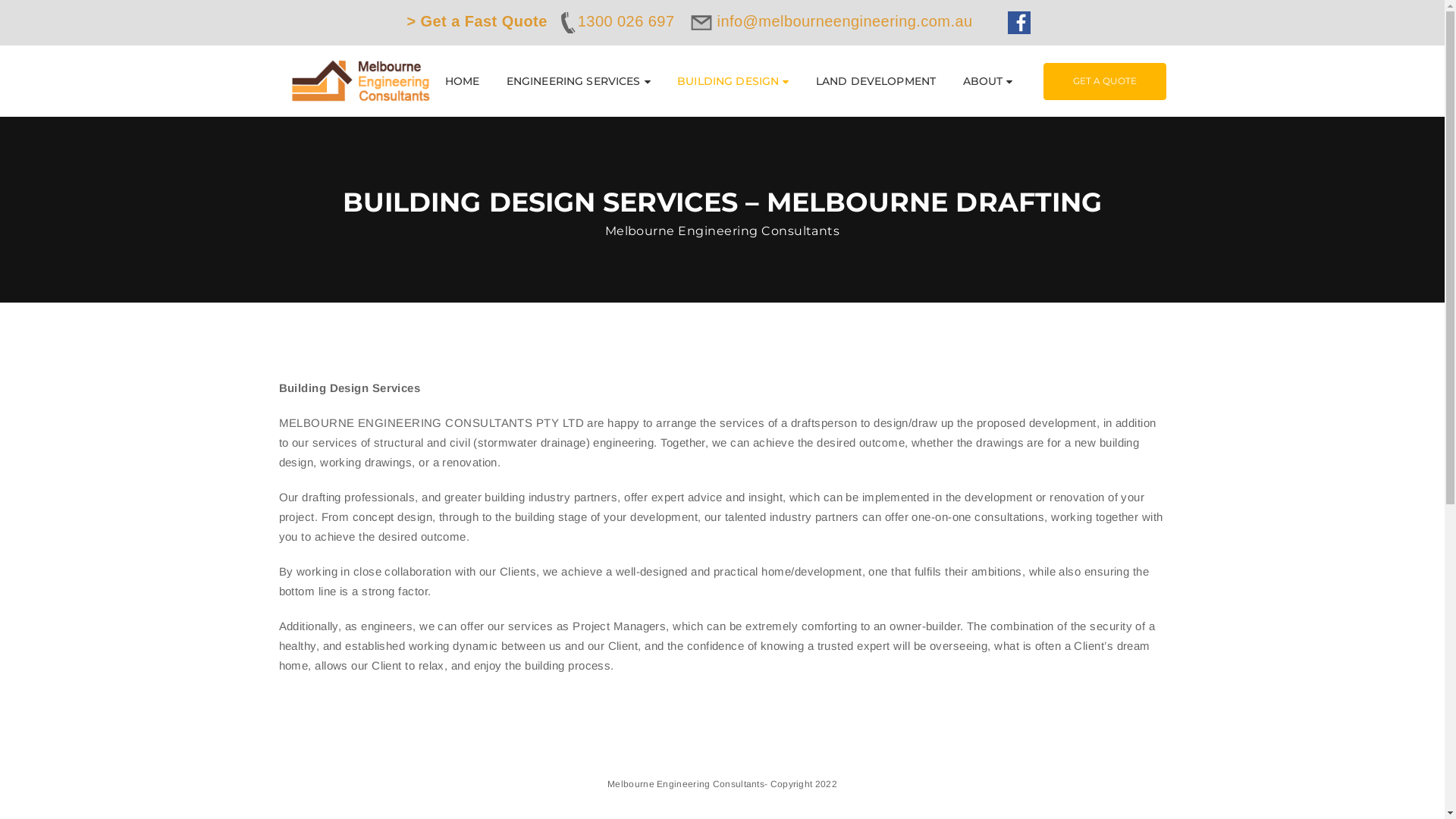 This screenshot has width=1456, height=819. What do you see at coordinates (578, 81) in the screenshot?
I see `'ENGINEERING SERVICES'` at bounding box center [578, 81].